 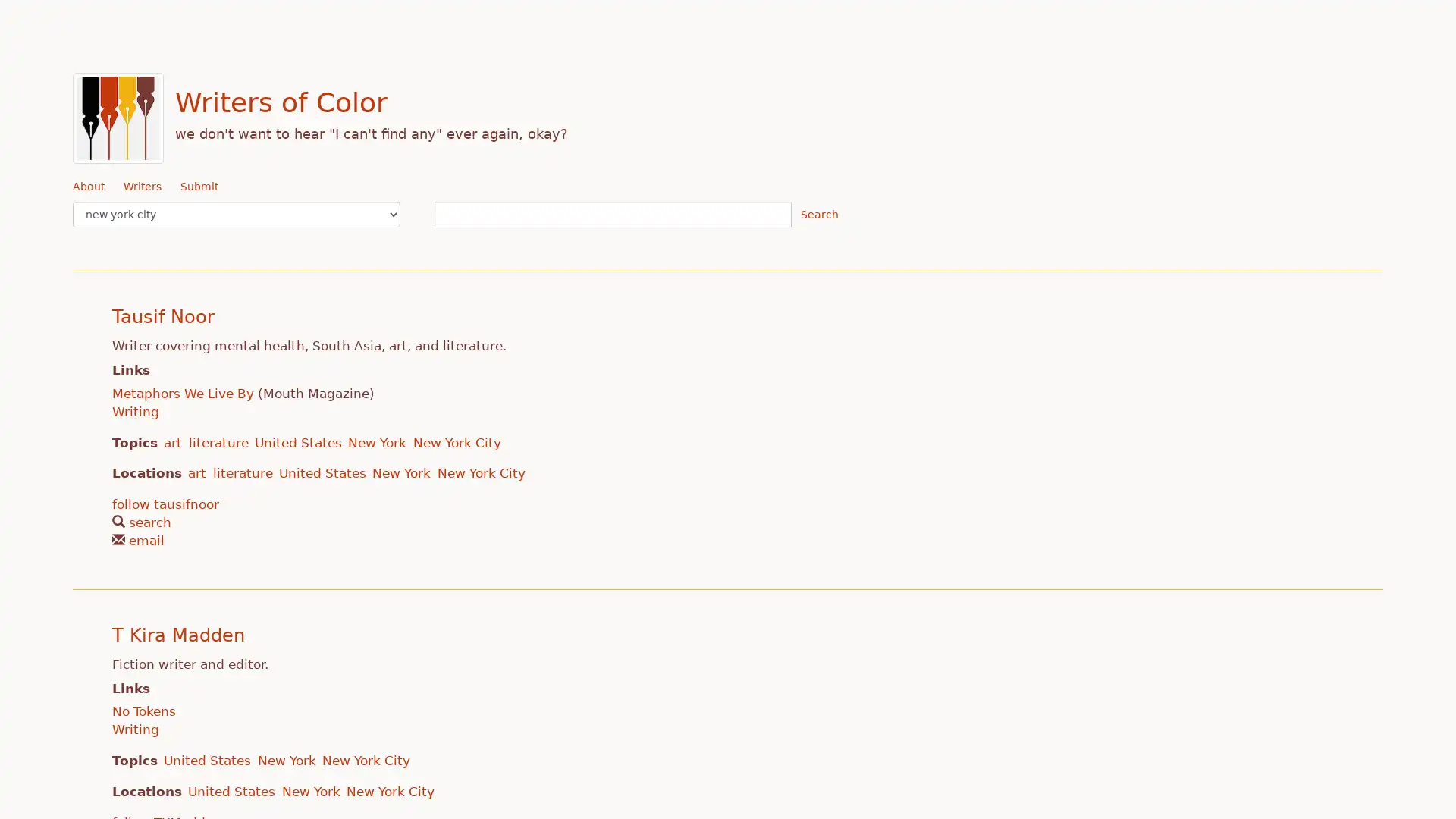 I want to click on Search, so click(x=818, y=214).